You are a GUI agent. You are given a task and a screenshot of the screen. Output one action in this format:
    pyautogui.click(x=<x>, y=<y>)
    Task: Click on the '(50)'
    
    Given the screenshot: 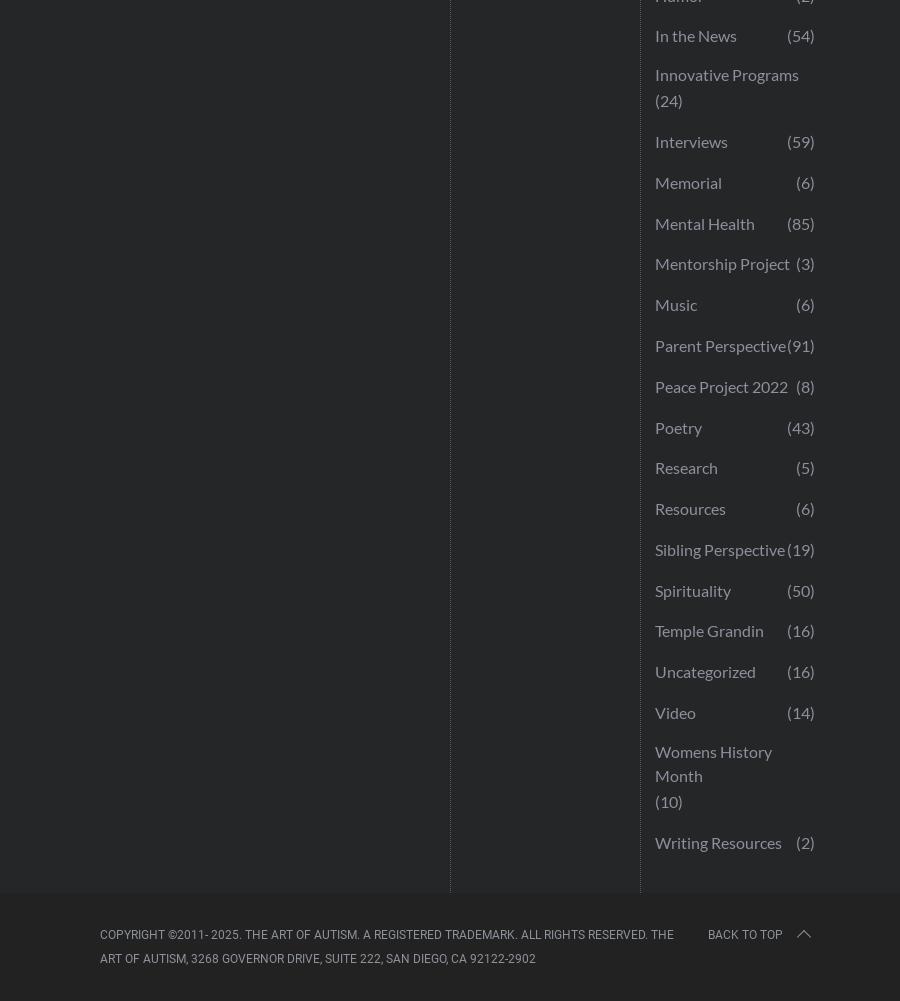 What is the action you would take?
    pyautogui.click(x=801, y=589)
    